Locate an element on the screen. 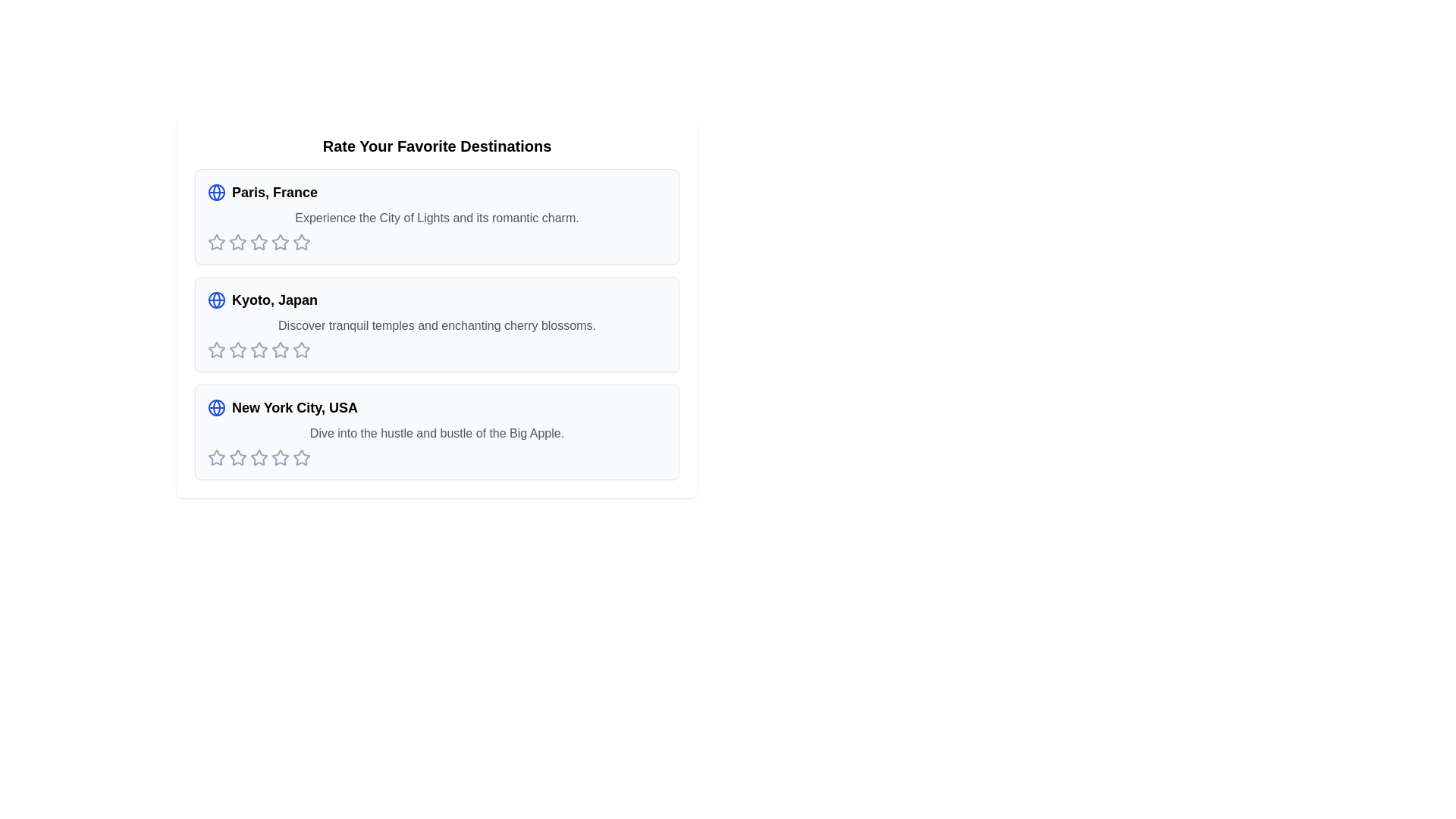 This screenshot has width=1456, height=819. the fourth star in the rating system under the 'New York City, USA' section is located at coordinates (259, 457).